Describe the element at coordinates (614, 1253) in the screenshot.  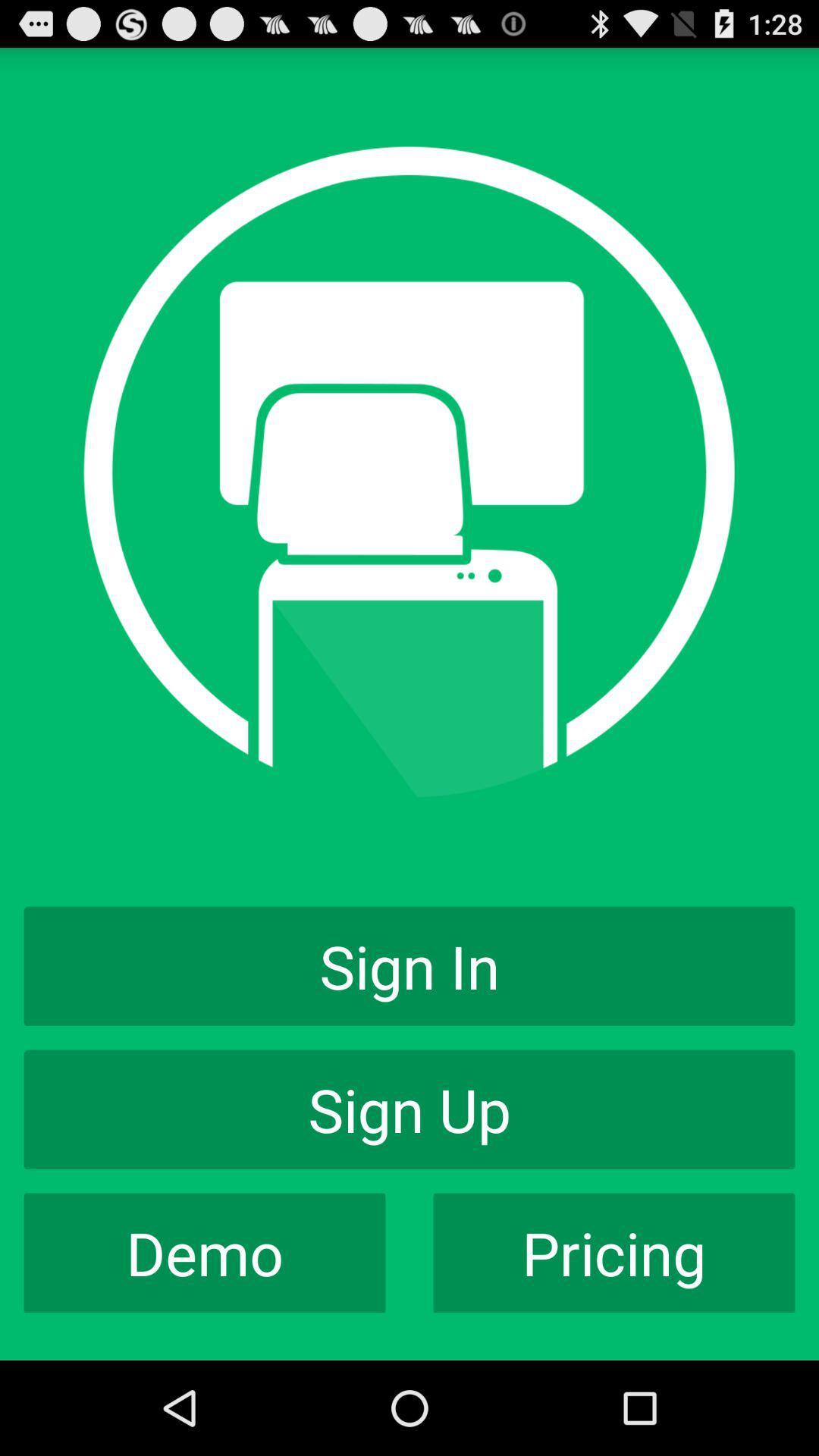
I see `pricing app` at that location.